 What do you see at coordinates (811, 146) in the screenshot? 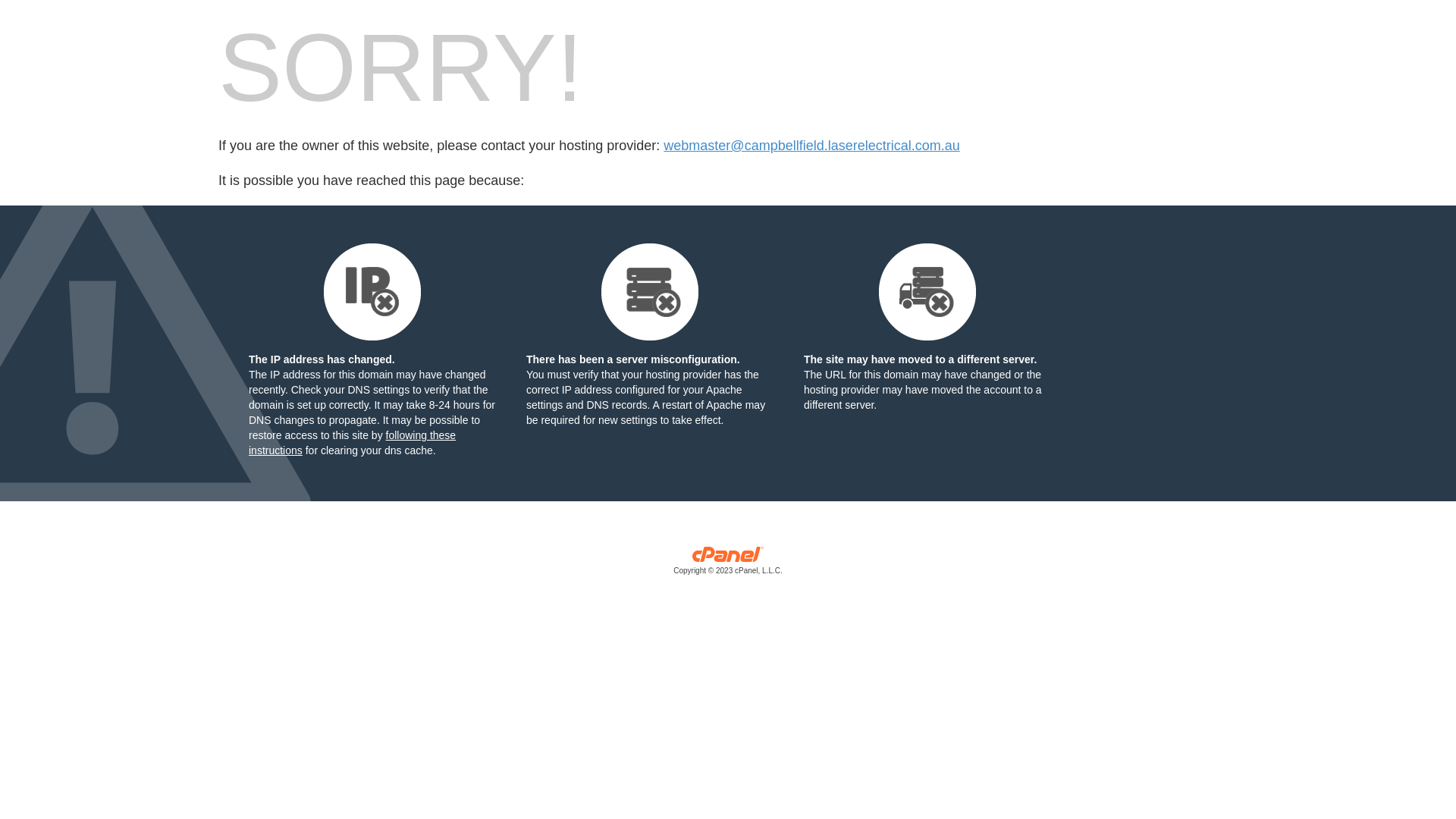
I see `'webmaster@campbellfield.laserelectrical.com.au'` at bounding box center [811, 146].